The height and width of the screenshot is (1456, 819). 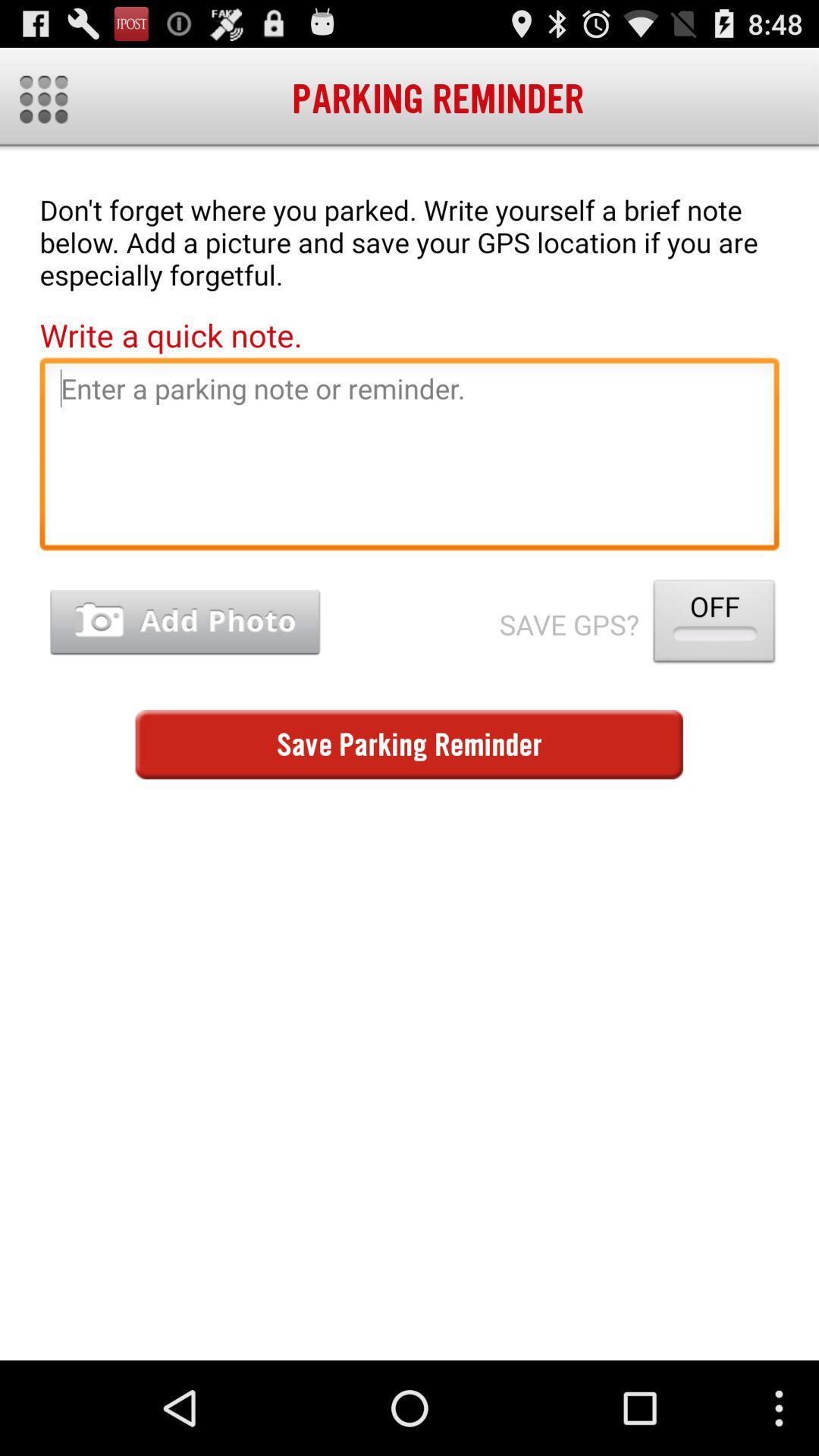 I want to click on picture, so click(x=184, y=623).